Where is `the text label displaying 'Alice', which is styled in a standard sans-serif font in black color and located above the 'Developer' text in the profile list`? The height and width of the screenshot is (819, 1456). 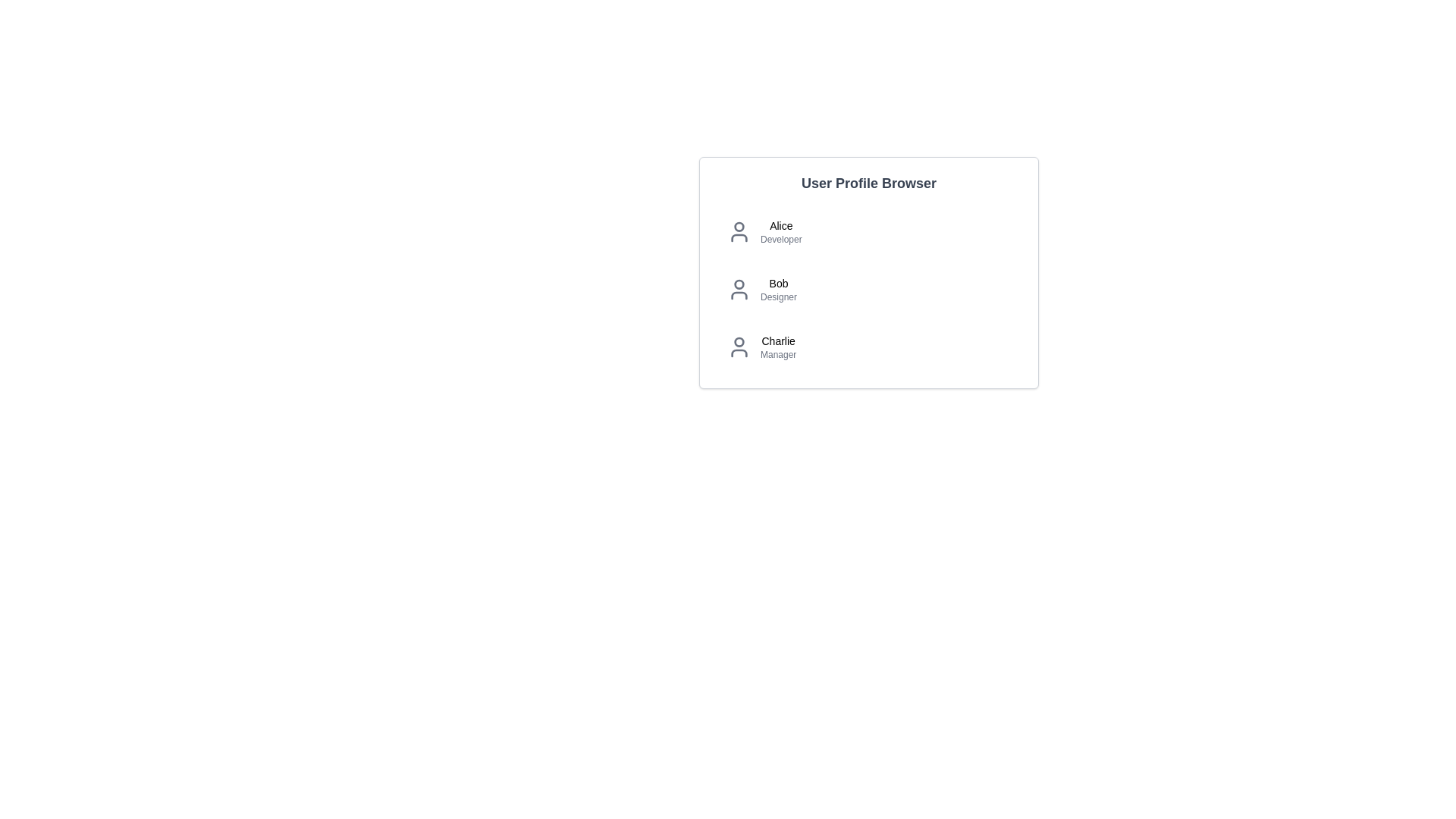 the text label displaying 'Alice', which is styled in a standard sans-serif font in black color and located above the 'Developer' text in the profile list is located at coordinates (781, 225).